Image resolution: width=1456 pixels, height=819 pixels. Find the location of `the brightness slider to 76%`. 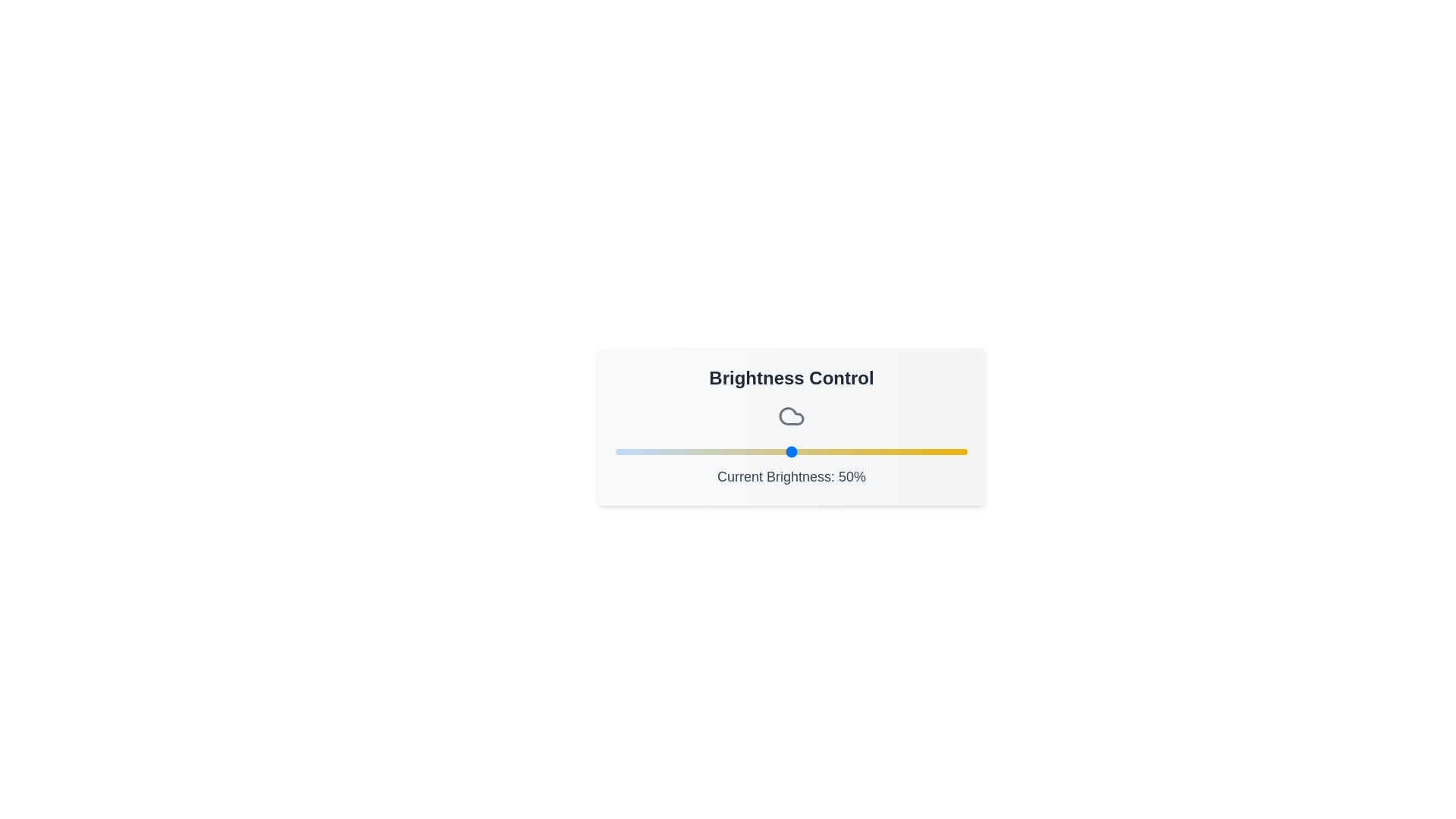

the brightness slider to 76% is located at coordinates (883, 451).